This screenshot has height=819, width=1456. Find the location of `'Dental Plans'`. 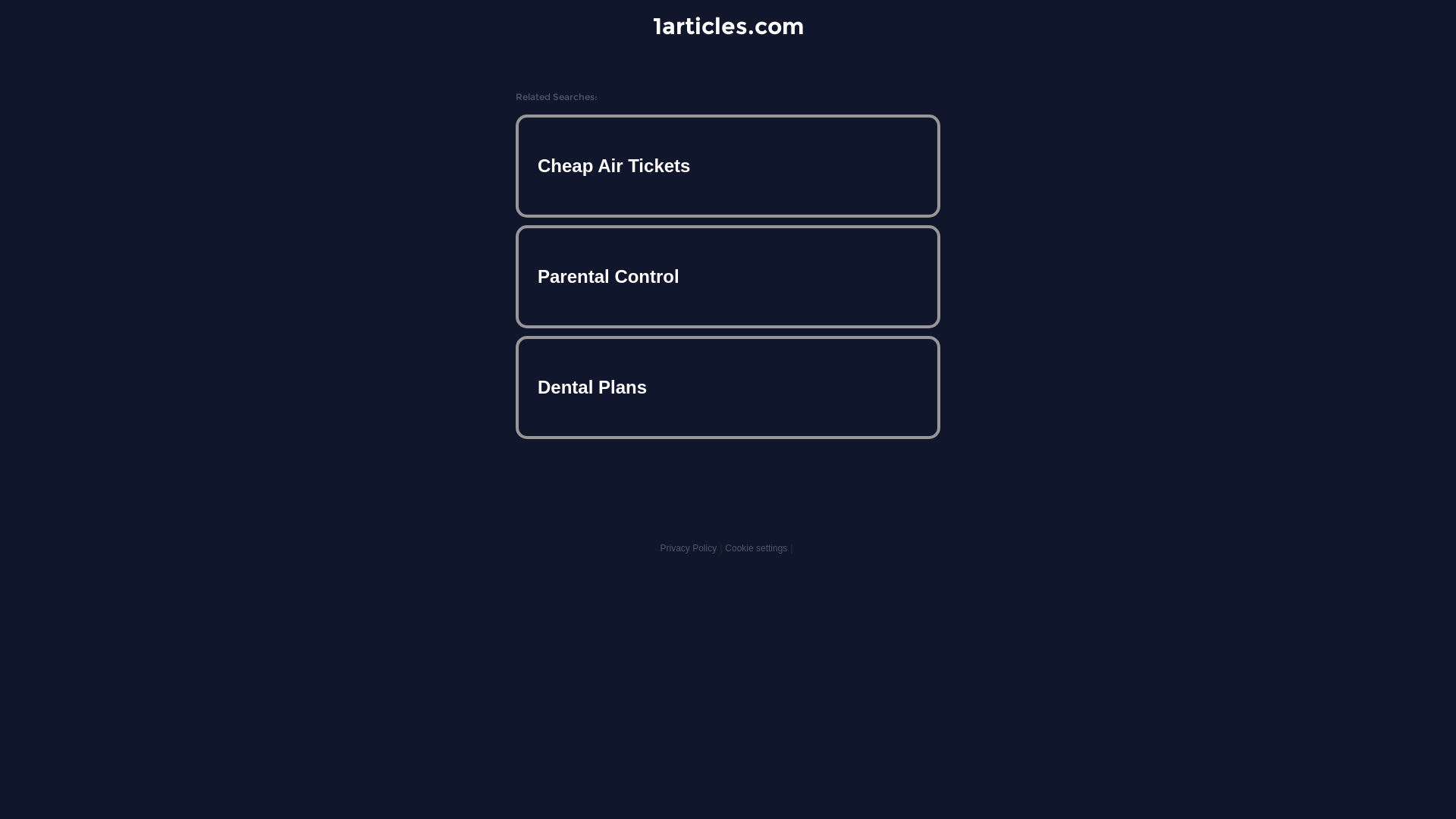

'Dental Plans' is located at coordinates (728, 386).